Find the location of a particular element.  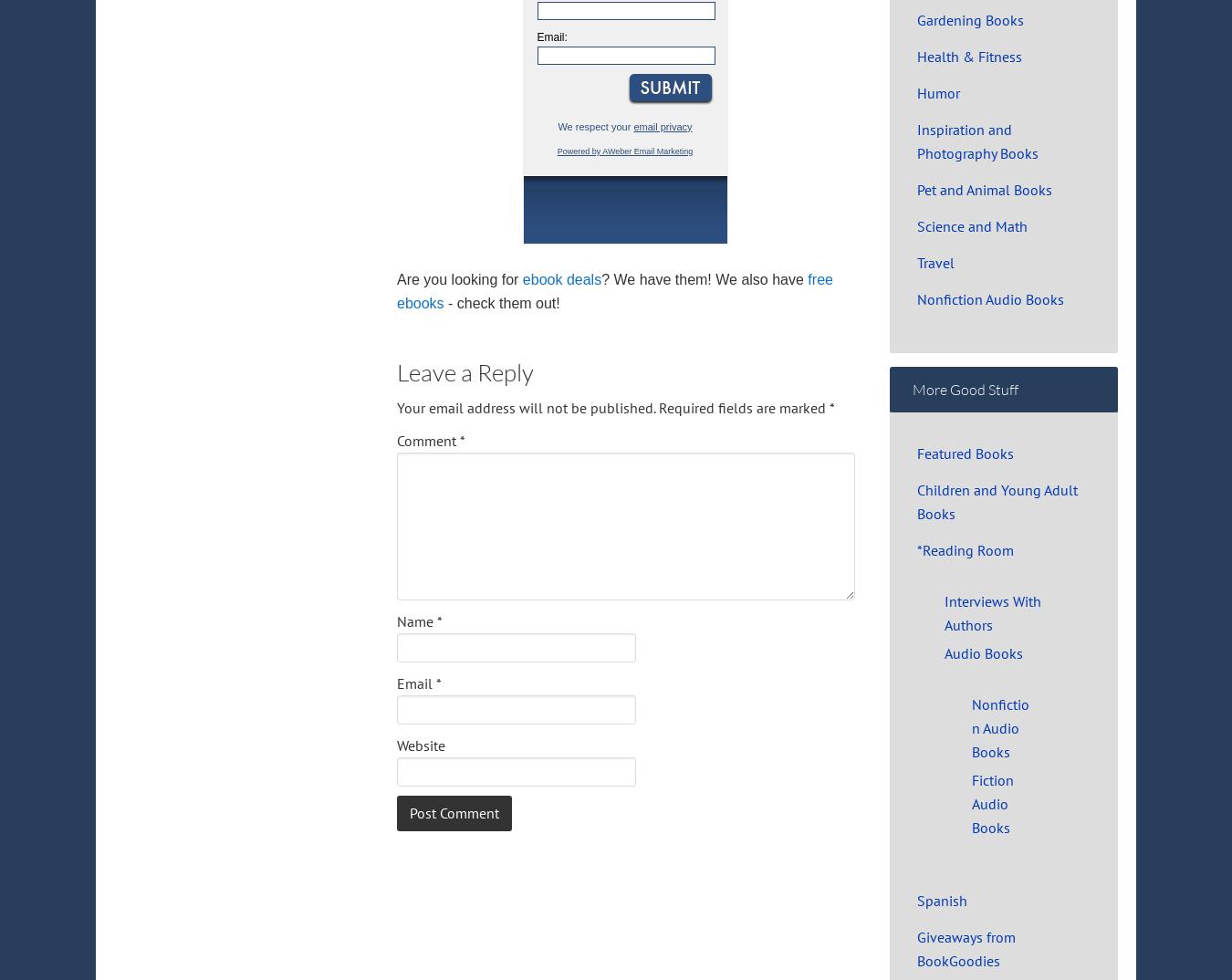

'Leave a Reply' is located at coordinates (465, 371).